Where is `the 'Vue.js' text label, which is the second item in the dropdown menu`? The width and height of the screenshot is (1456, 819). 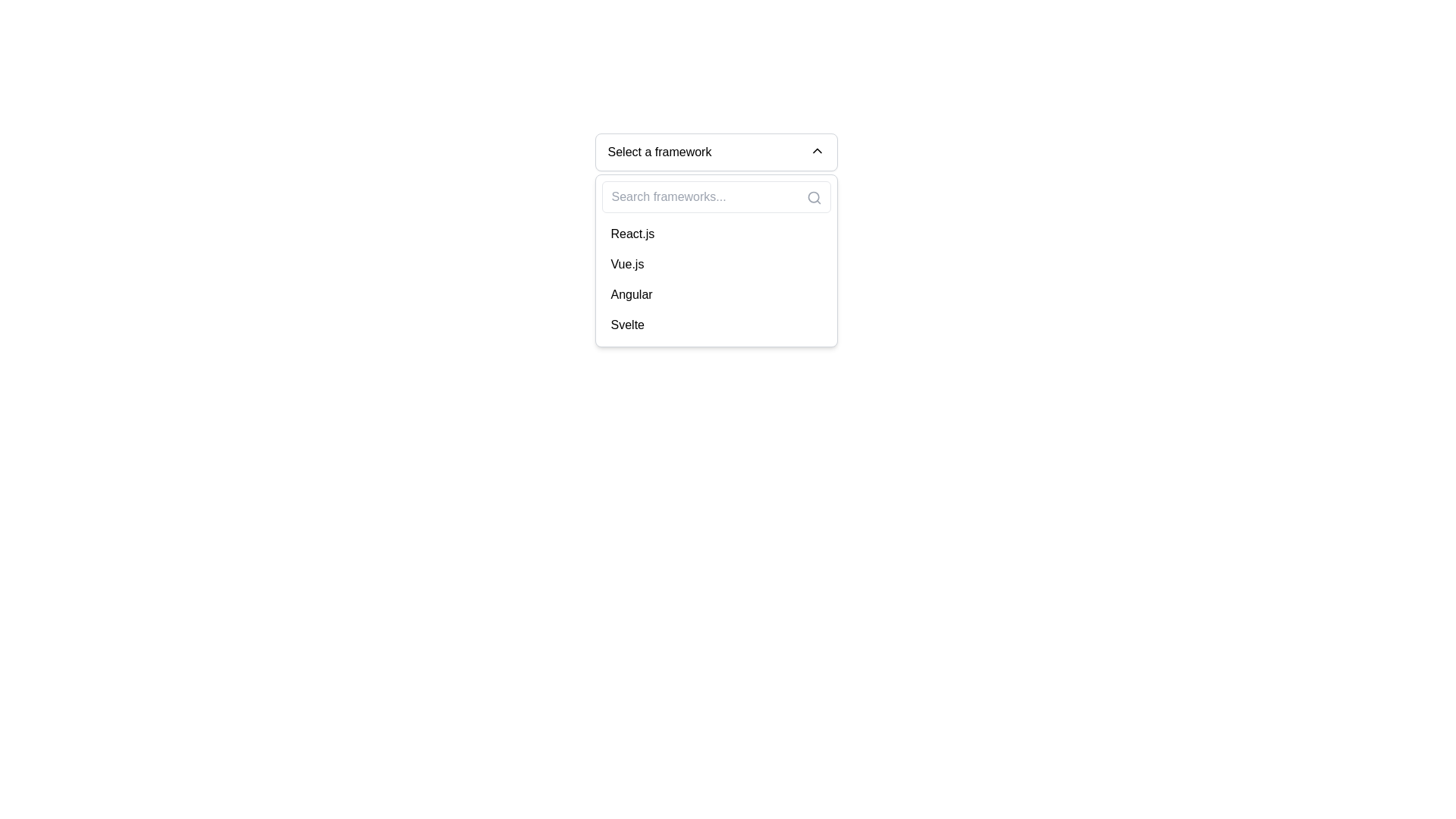
the 'Vue.js' text label, which is the second item in the dropdown menu is located at coordinates (627, 263).